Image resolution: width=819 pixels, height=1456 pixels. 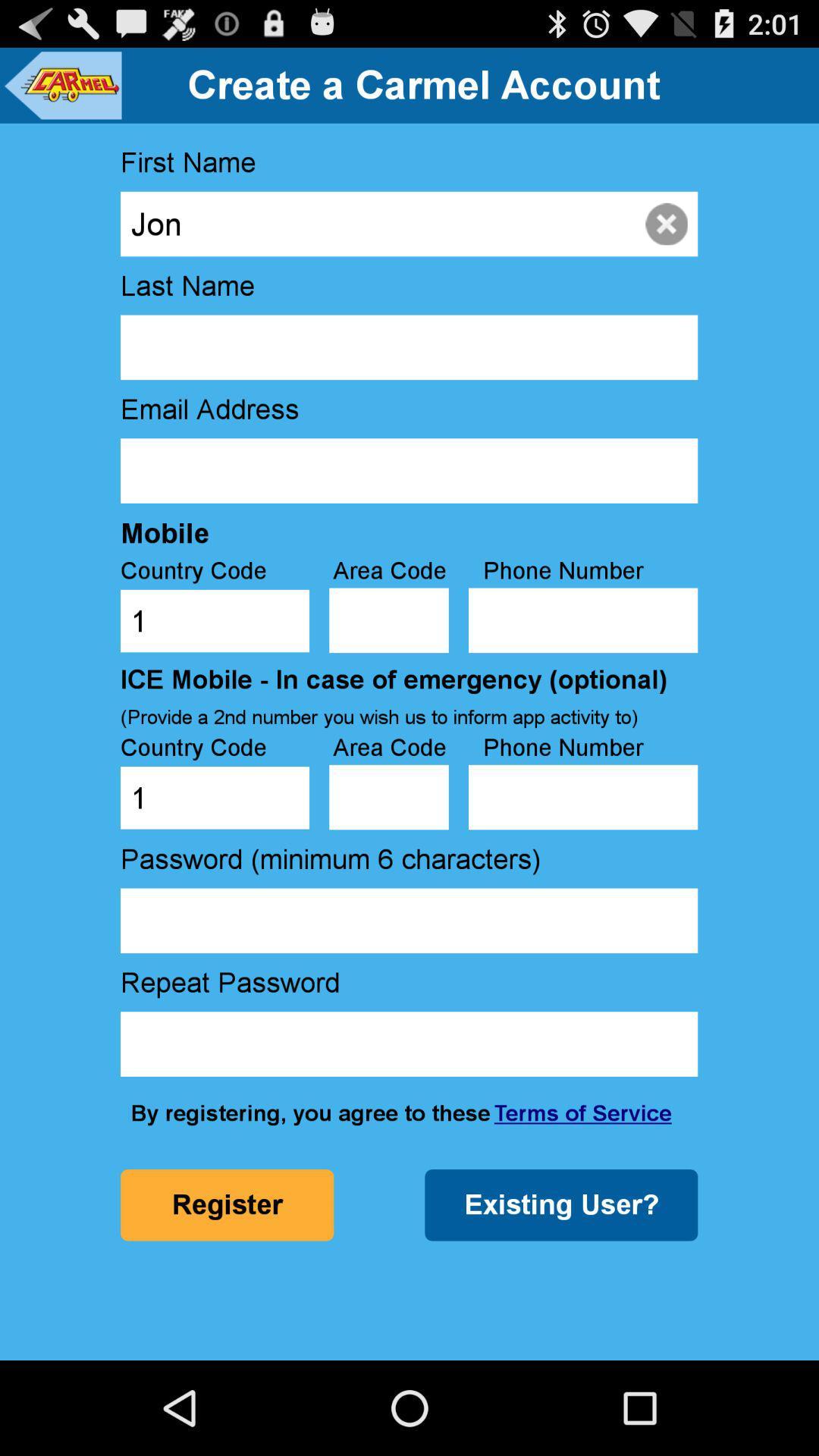 What do you see at coordinates (408, 920) in the screenshot?
I see `text box which is below the passwordminimum 6 characters` at bounding box center [408, 920].